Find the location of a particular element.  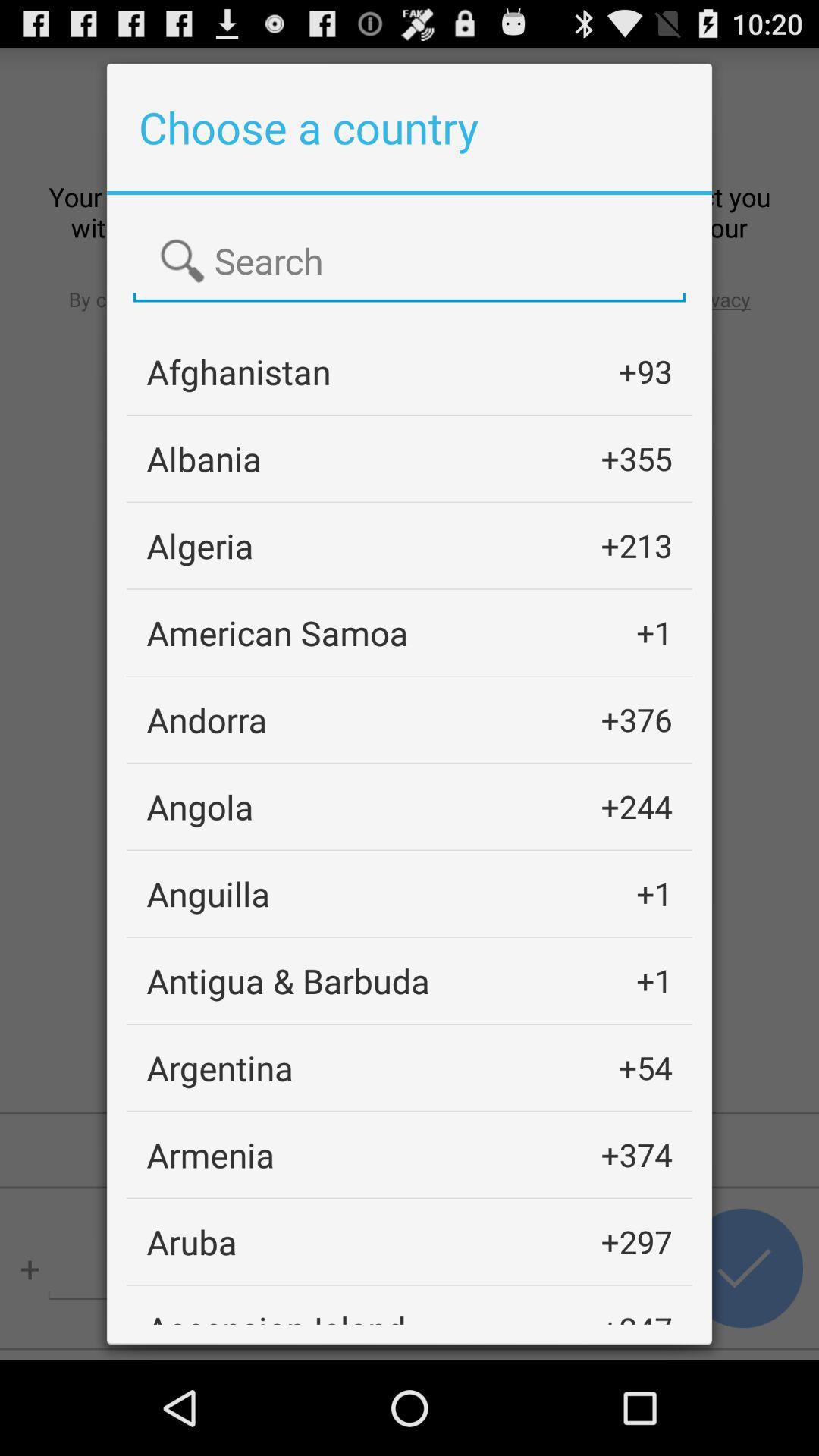

icon next to the +1 icon is located at coordinates (288, 981).